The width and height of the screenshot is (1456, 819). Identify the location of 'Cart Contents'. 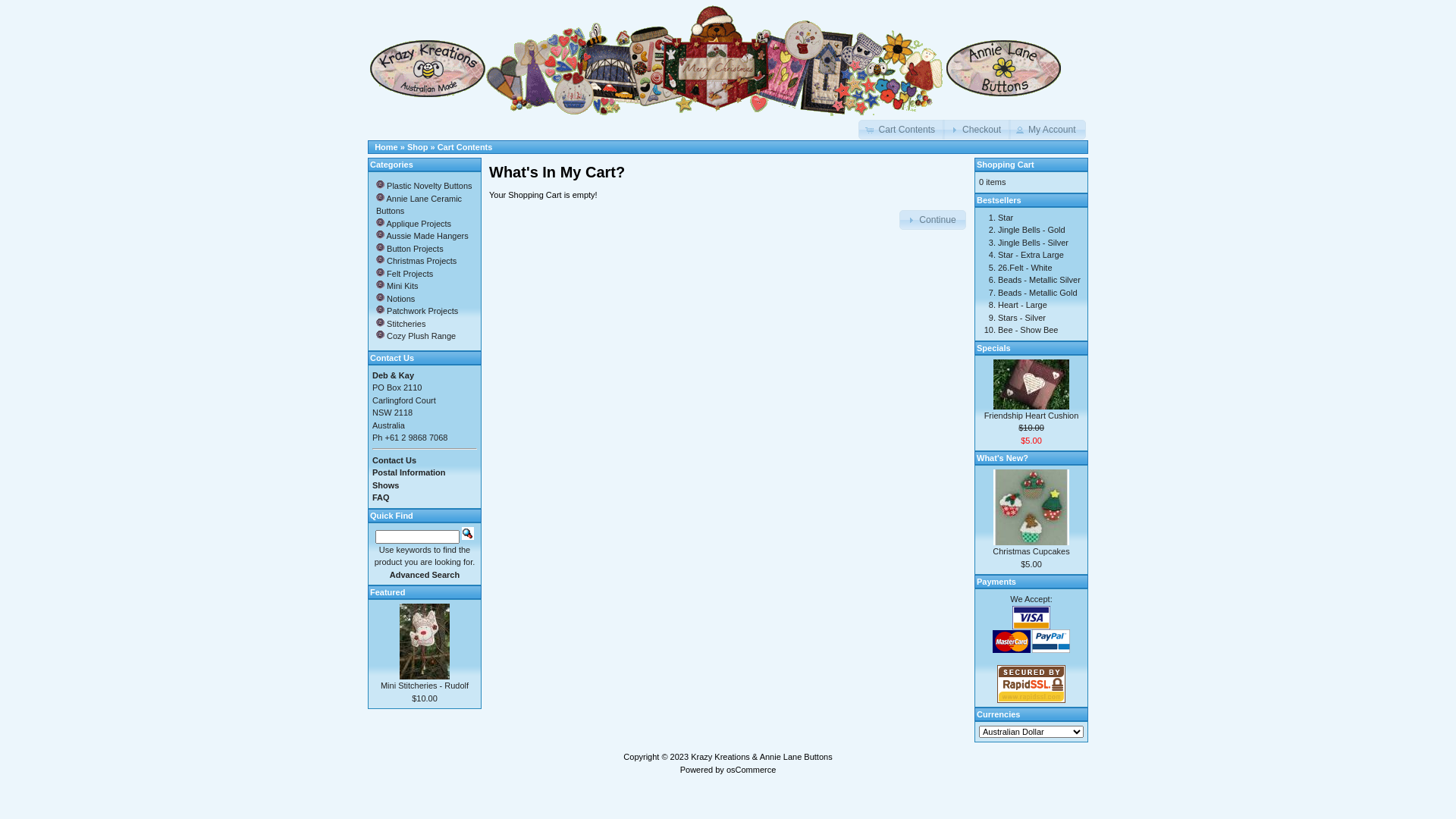
(902, 128).